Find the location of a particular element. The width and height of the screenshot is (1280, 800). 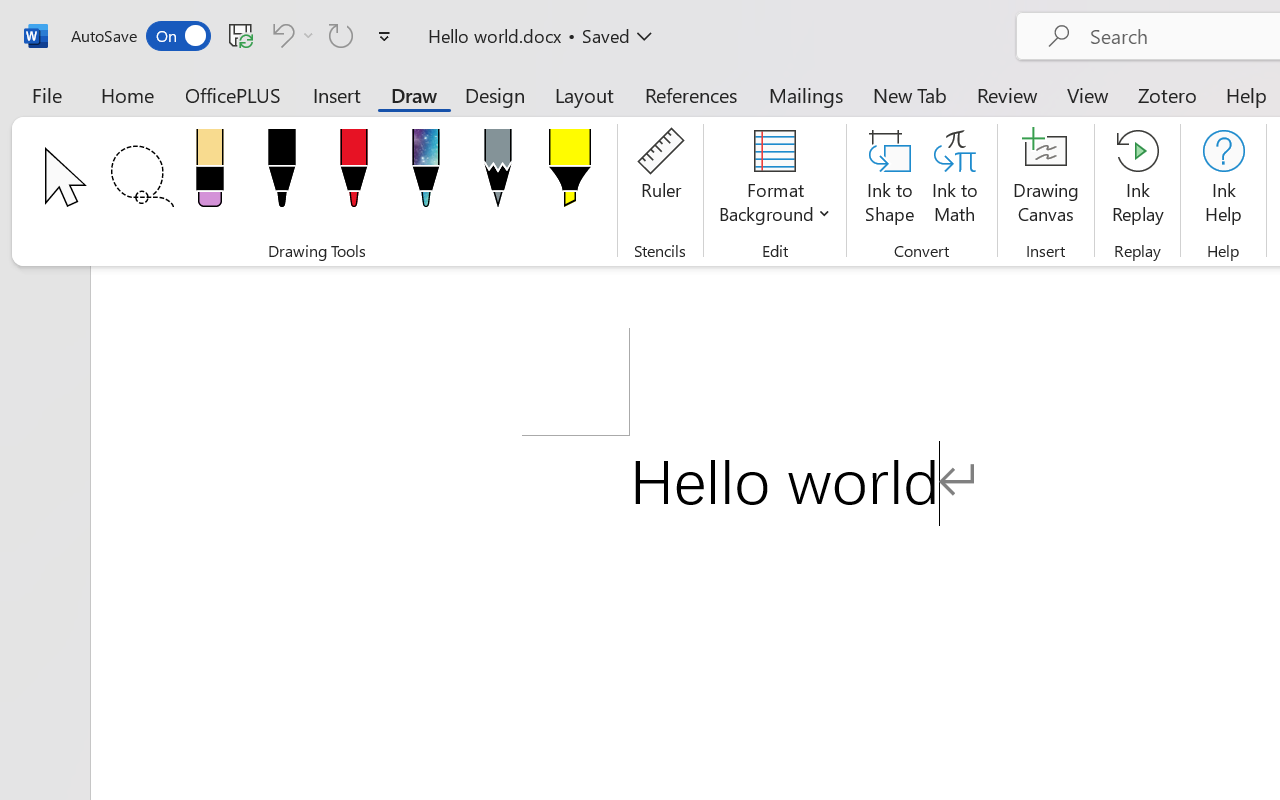

'Can' is located at coordinates (289, 34).